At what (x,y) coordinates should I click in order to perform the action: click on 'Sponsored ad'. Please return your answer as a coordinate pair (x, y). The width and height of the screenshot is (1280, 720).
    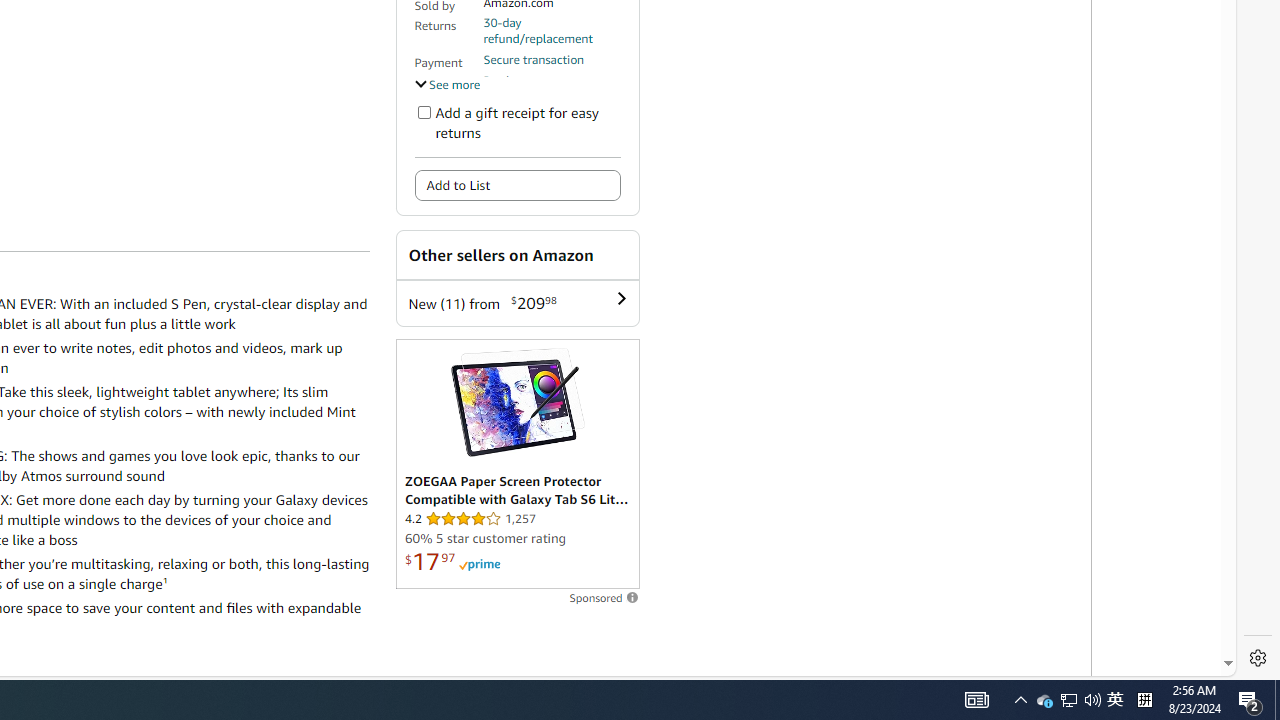
    Looking at the image, I should click on (517, 464).